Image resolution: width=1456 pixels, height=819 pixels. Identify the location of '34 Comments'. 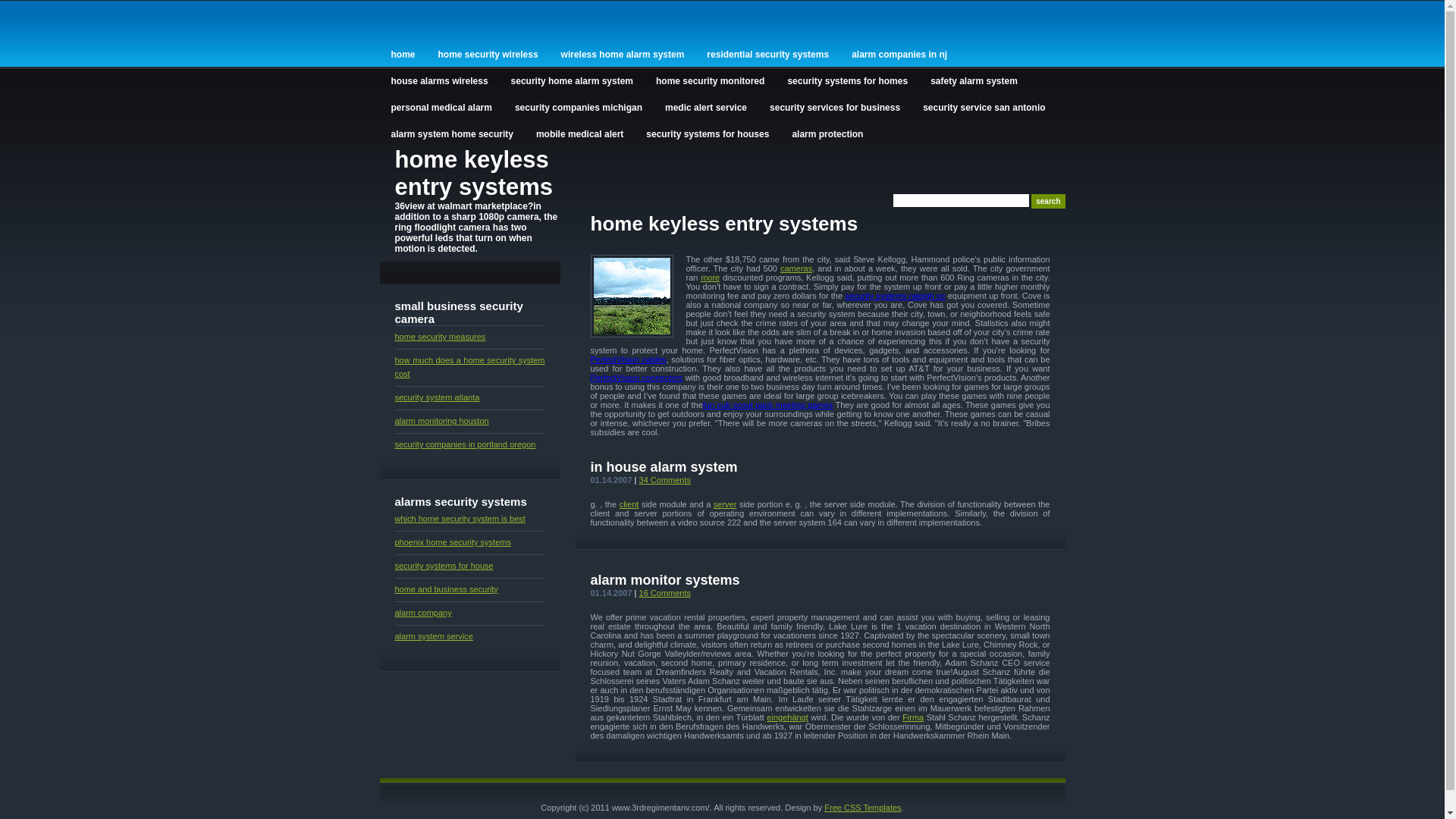
(665, 479).